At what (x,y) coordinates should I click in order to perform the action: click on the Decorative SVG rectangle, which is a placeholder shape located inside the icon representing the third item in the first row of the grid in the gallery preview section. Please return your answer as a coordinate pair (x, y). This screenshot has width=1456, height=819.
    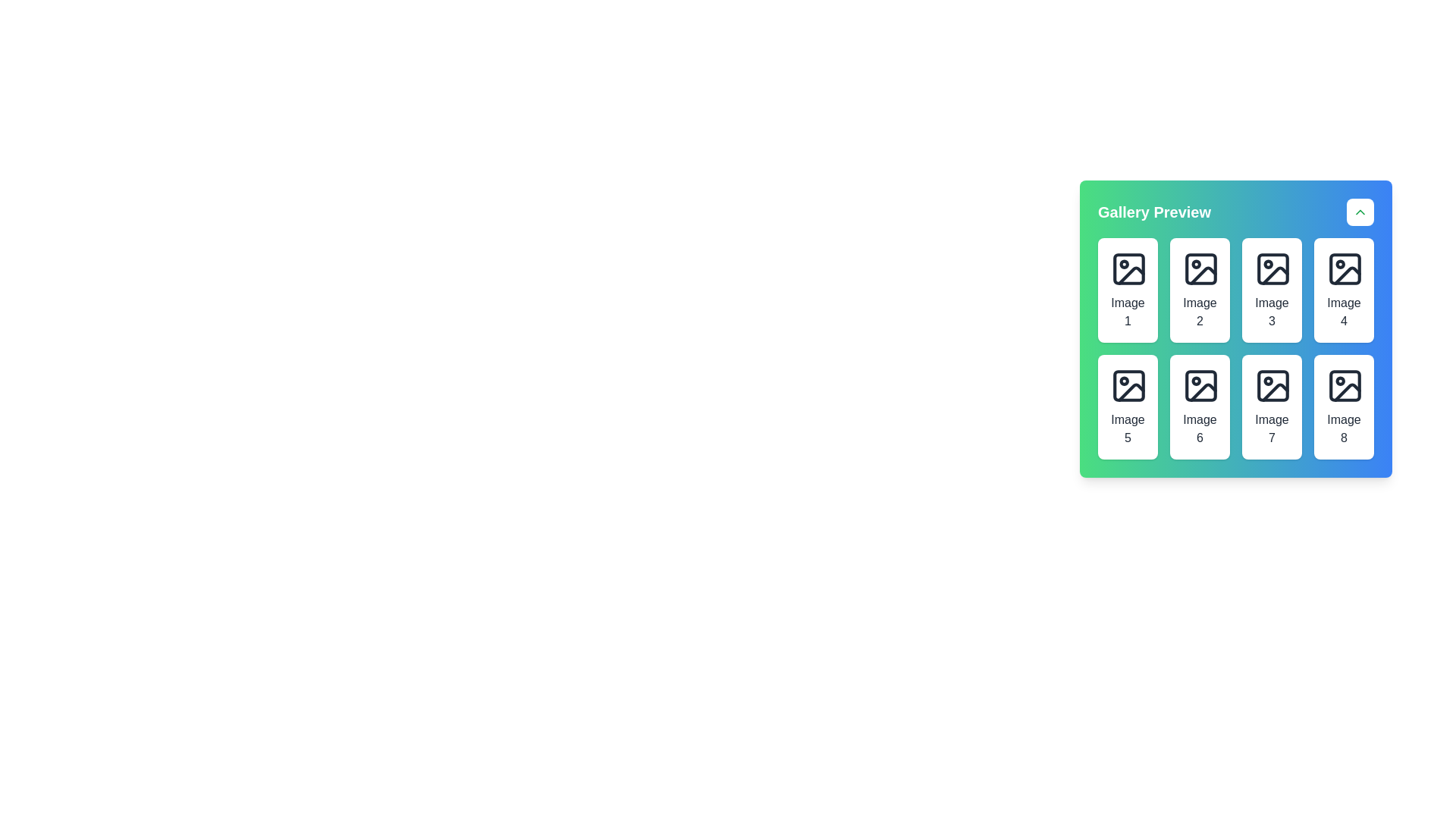
    Looking at the image, I should click on (1273, 268).